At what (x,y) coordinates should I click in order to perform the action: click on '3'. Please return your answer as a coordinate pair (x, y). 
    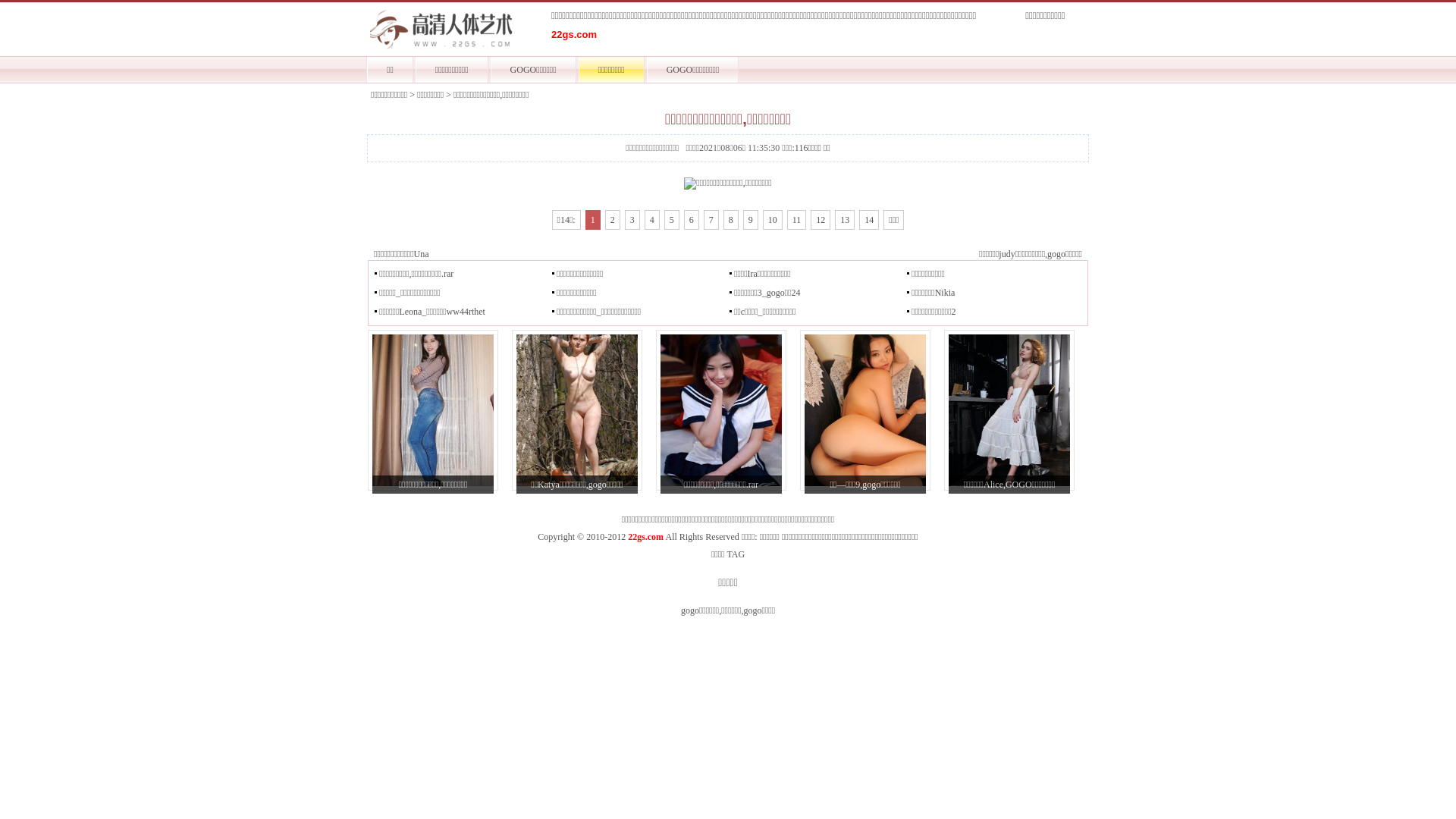
    Looking at the image, I should click on (632, 219).